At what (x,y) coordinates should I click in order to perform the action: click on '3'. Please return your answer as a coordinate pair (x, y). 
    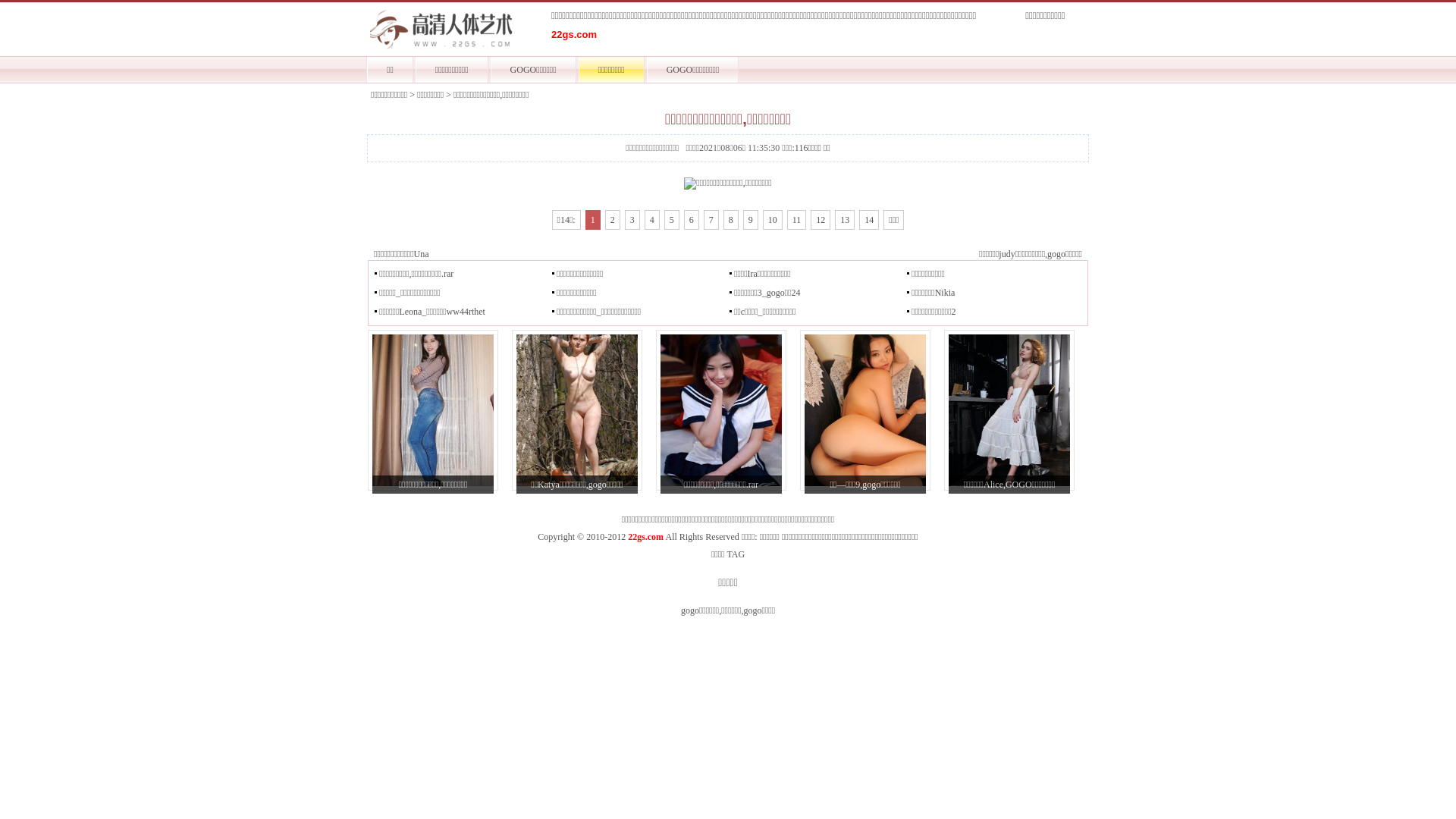
    Looking at the image, I should click on (632, 219).